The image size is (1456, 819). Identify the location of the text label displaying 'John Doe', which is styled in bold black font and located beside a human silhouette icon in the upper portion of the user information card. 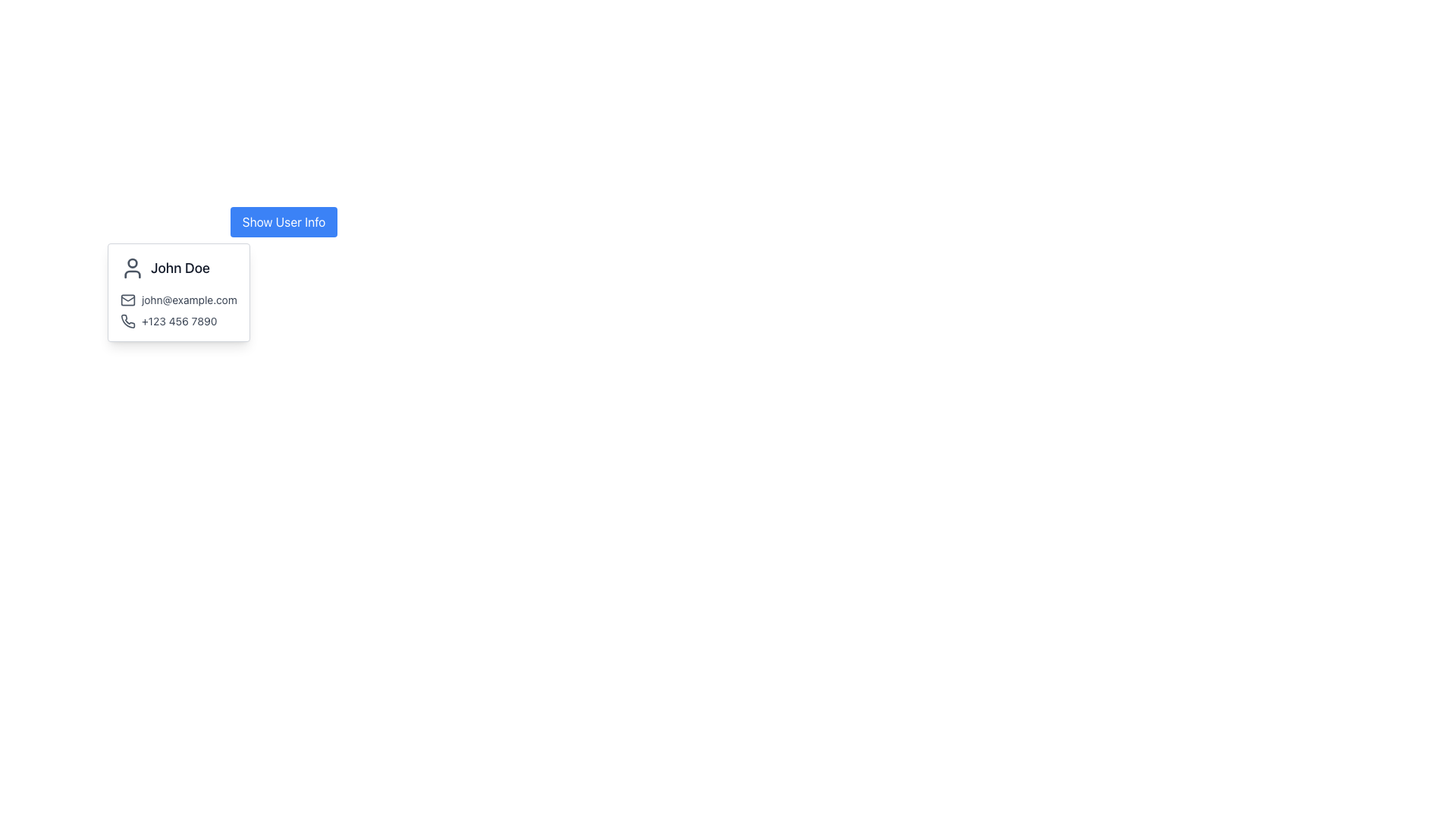
(180, 268).